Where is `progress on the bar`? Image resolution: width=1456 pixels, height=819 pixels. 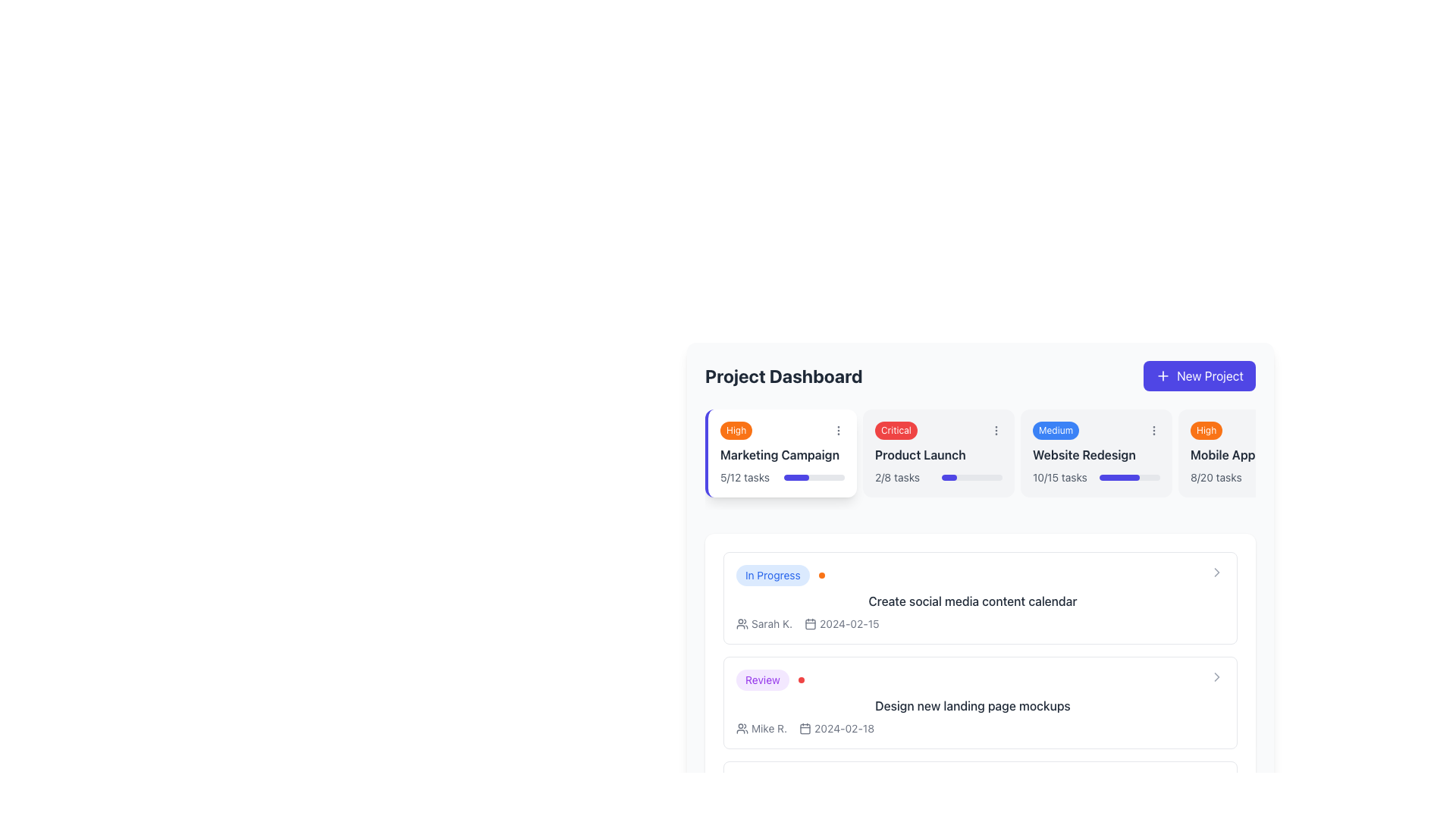
progress on the bar is located at coordinates (836, 476).